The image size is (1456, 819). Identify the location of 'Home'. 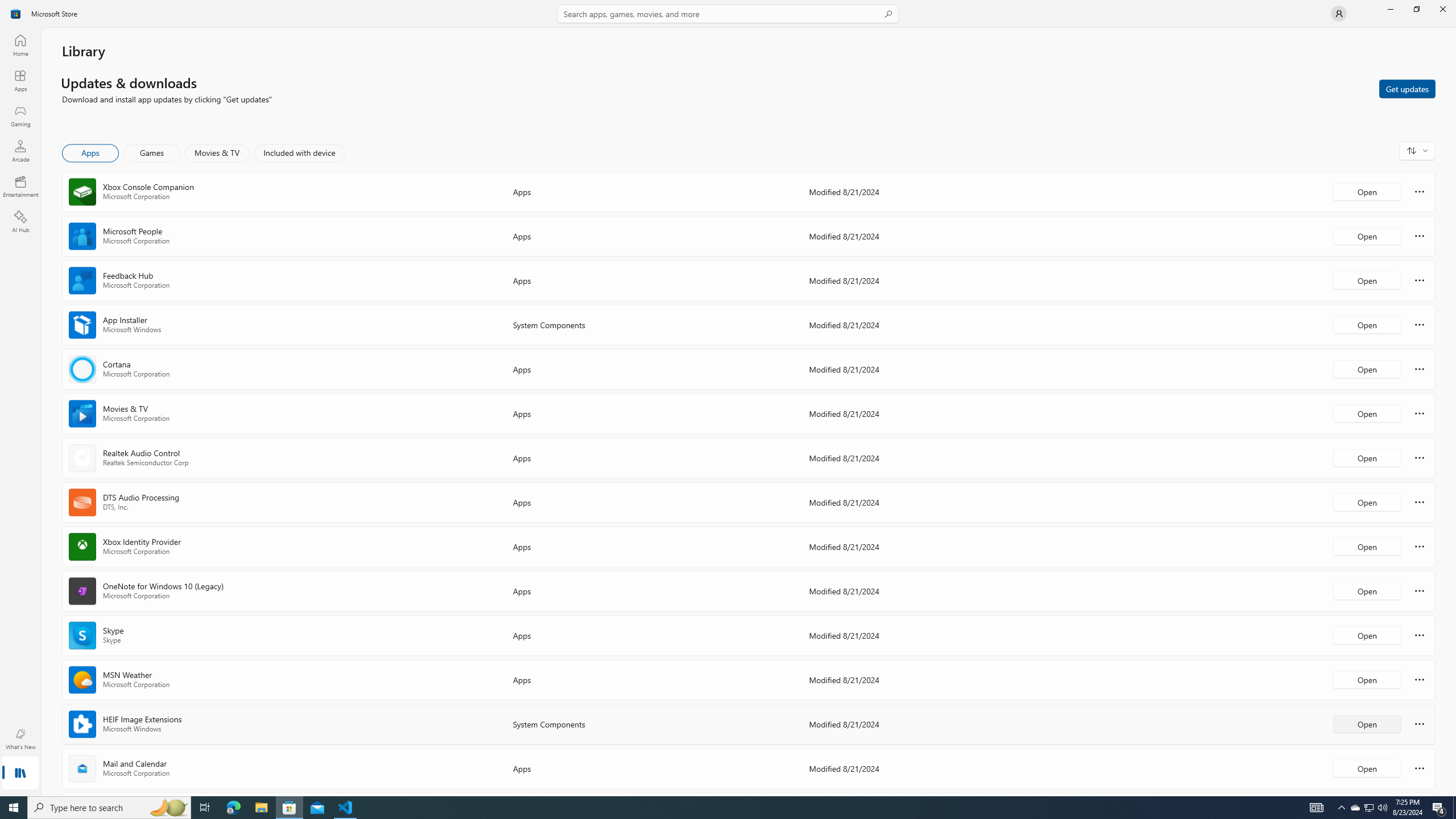
(19, 44).